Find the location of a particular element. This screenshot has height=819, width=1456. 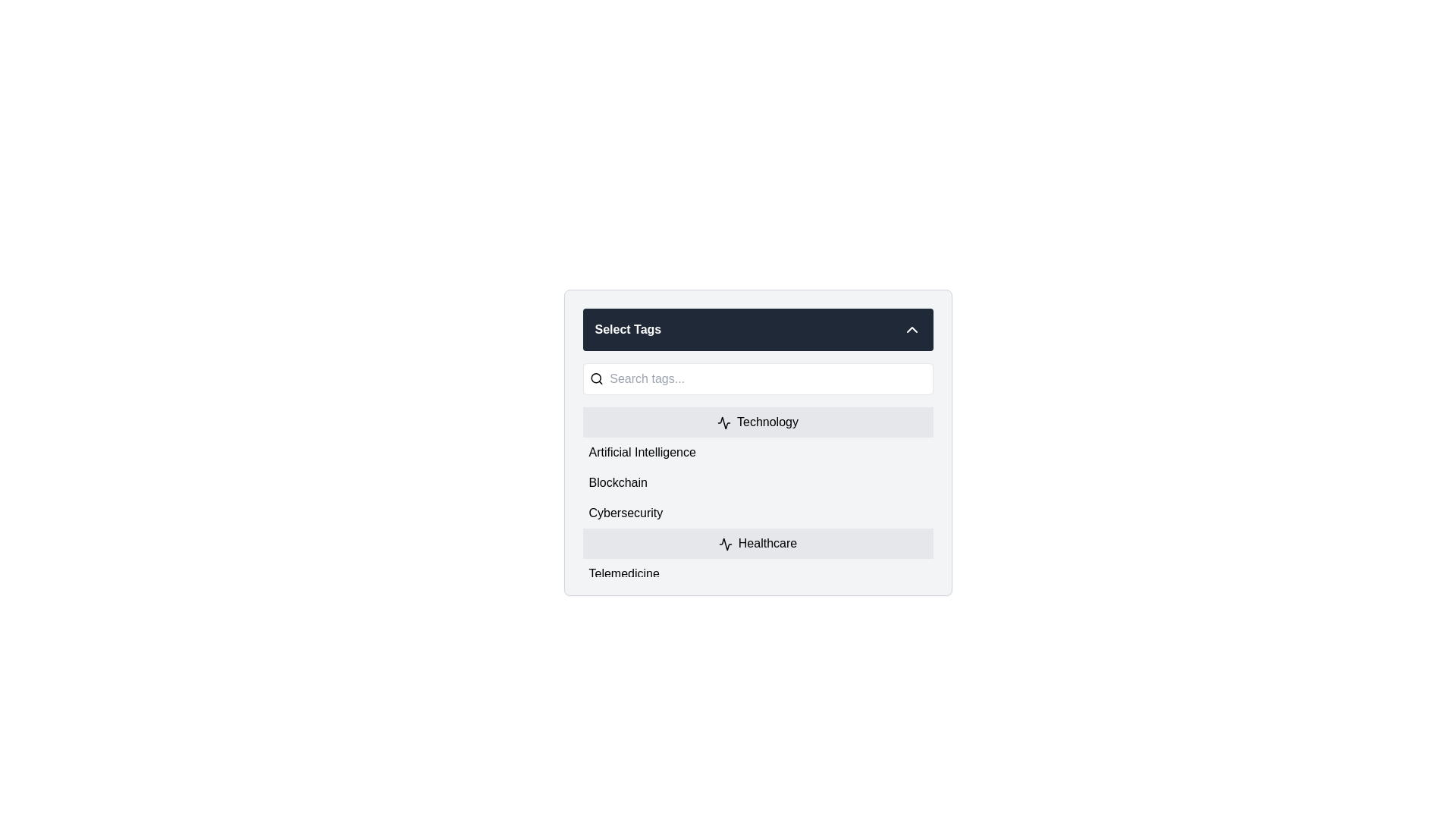

the 'Artificial Intelligence' label is located at coordinates (642, 452).